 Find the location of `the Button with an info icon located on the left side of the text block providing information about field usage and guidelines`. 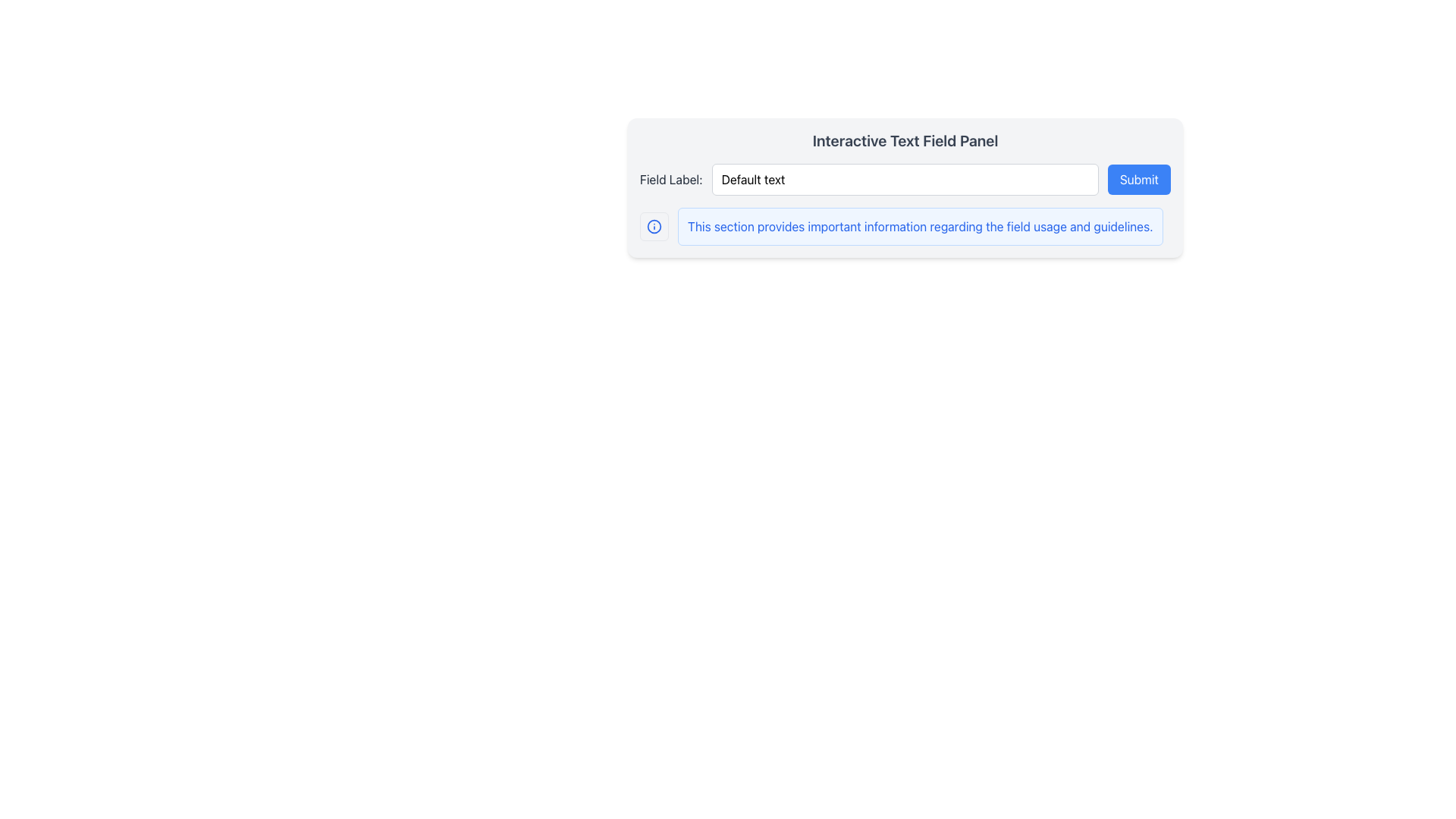

the Button with an info icon located on the left side of the text block providing information about field usage and guidelines is located at coordinates (654, 227).